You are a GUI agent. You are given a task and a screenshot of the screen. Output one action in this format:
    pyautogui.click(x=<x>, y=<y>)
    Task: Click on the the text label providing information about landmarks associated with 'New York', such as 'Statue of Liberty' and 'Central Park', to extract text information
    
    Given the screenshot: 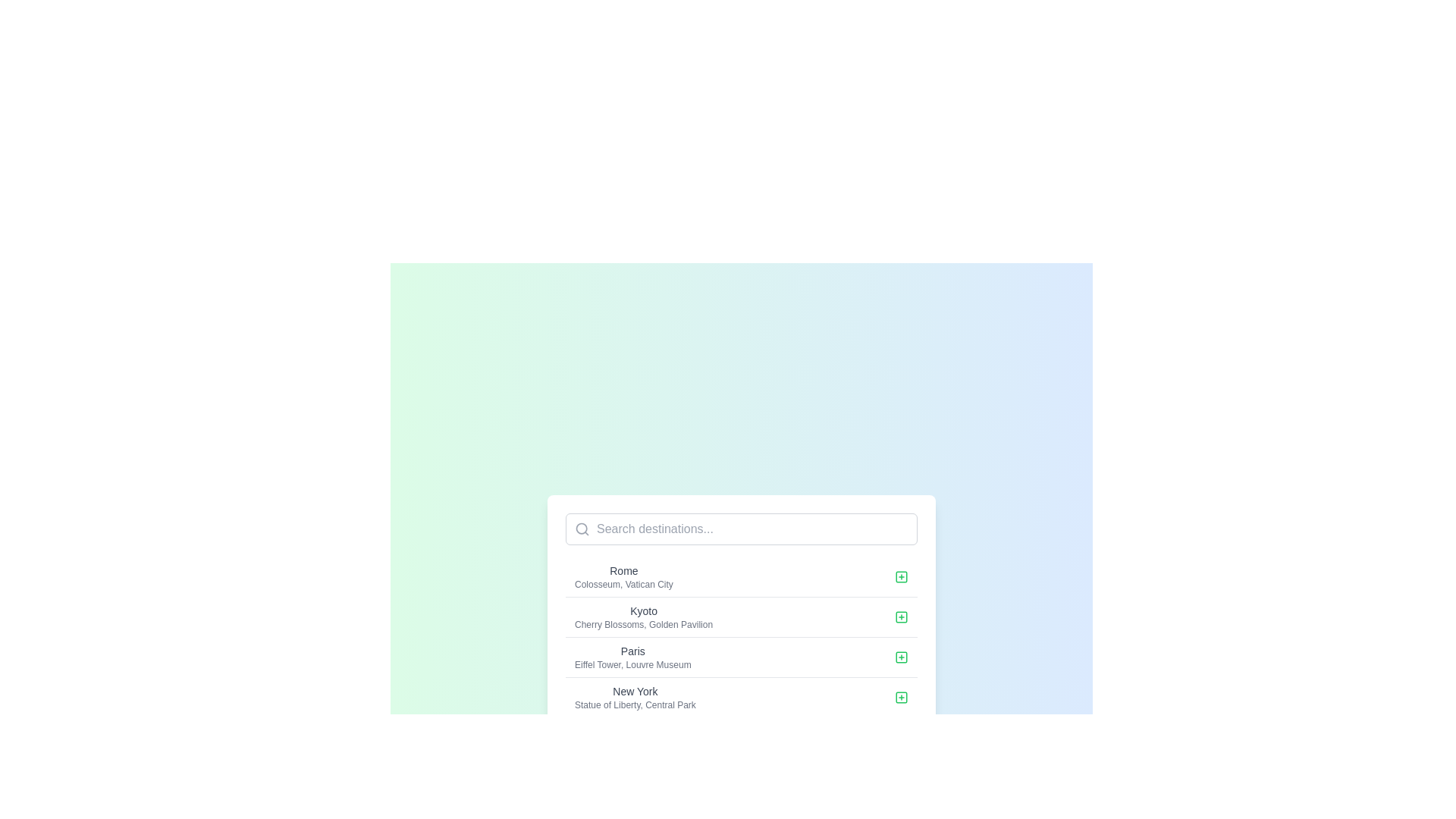 What is the action you would take?
    pyautogui.click(x=635, y=704)
    